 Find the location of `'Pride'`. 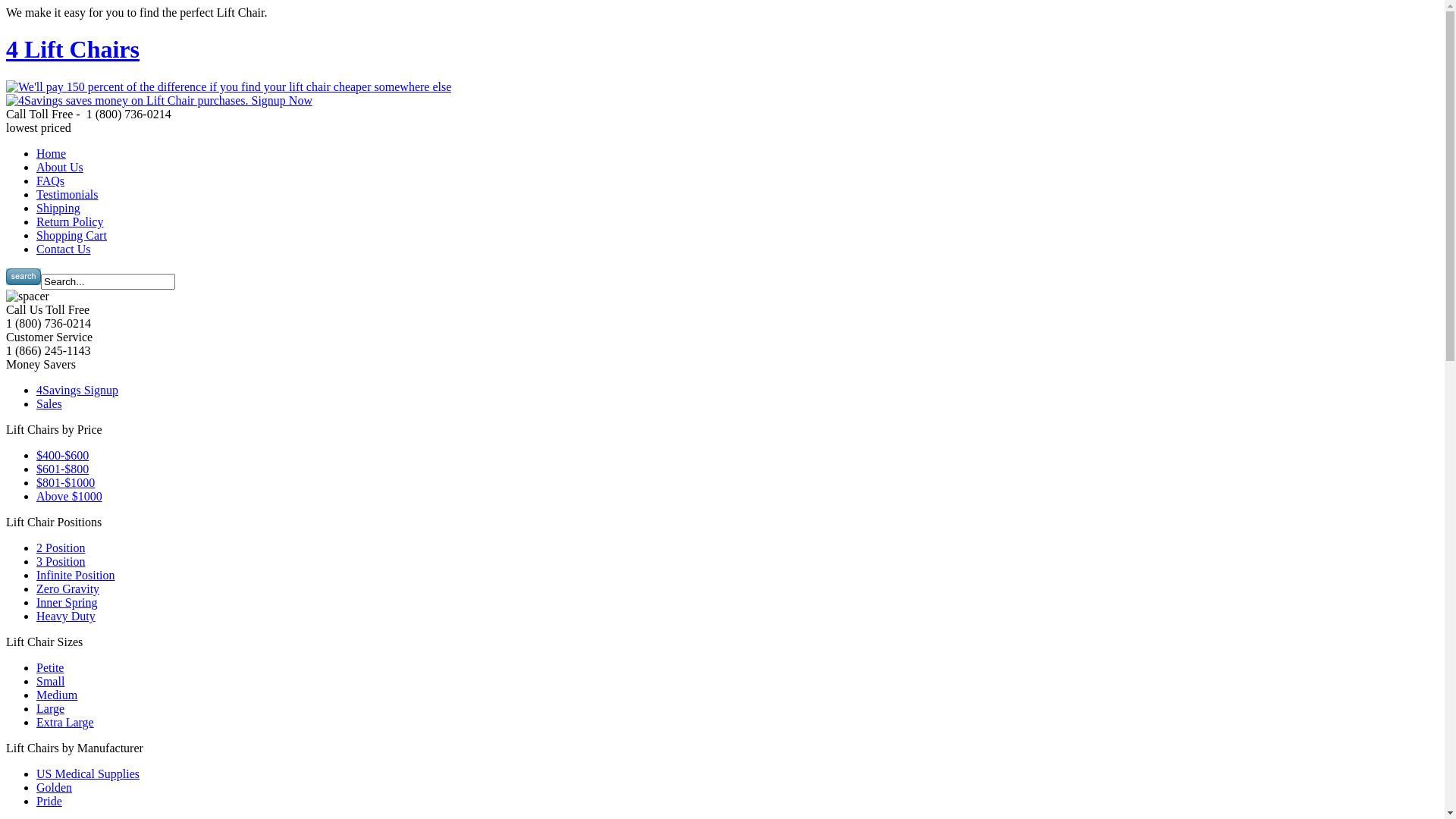

'Pride' is located at coordinates (49, 800).